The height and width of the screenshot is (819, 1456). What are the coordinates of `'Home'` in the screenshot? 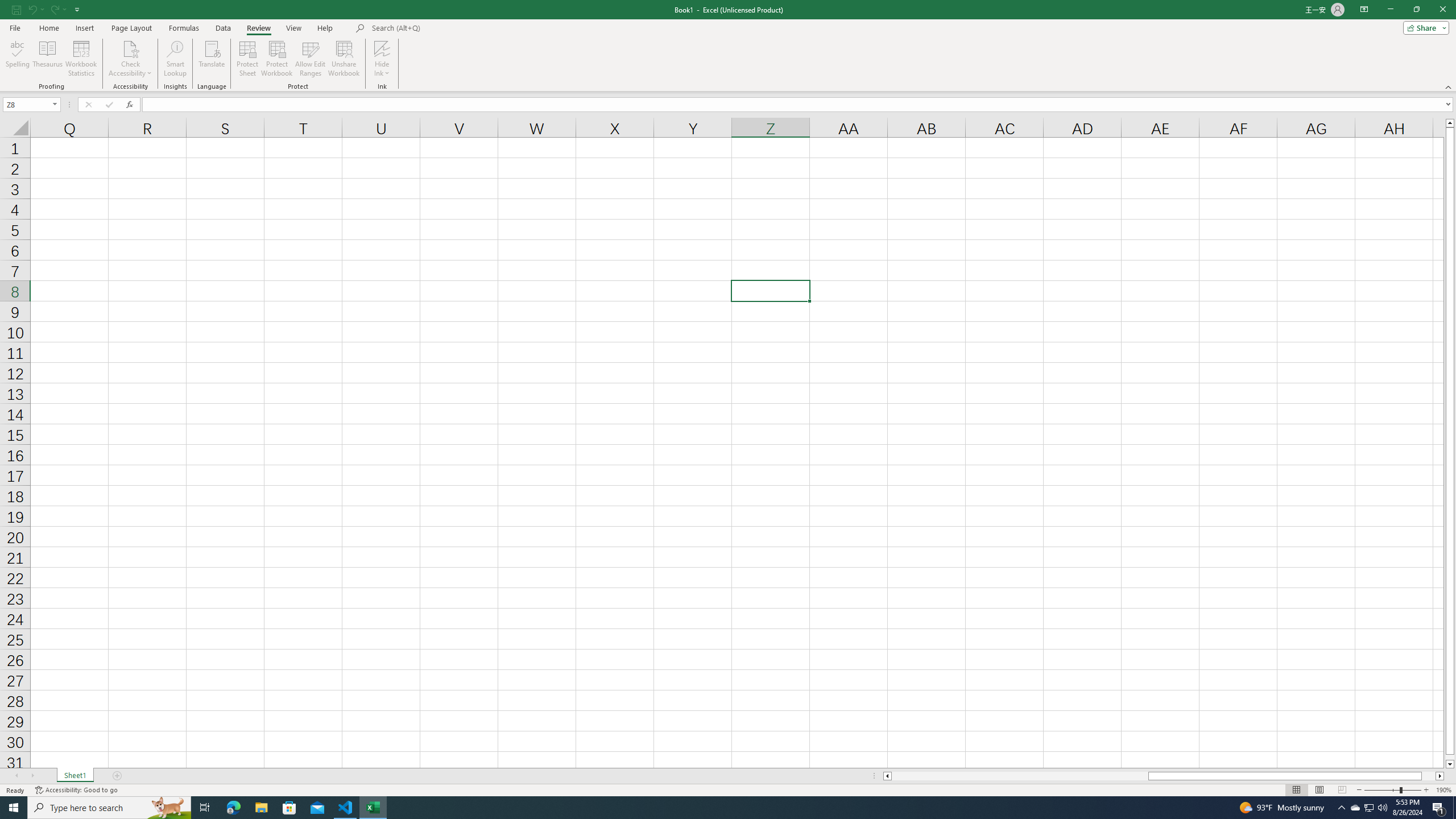 It's located at (48, 28).